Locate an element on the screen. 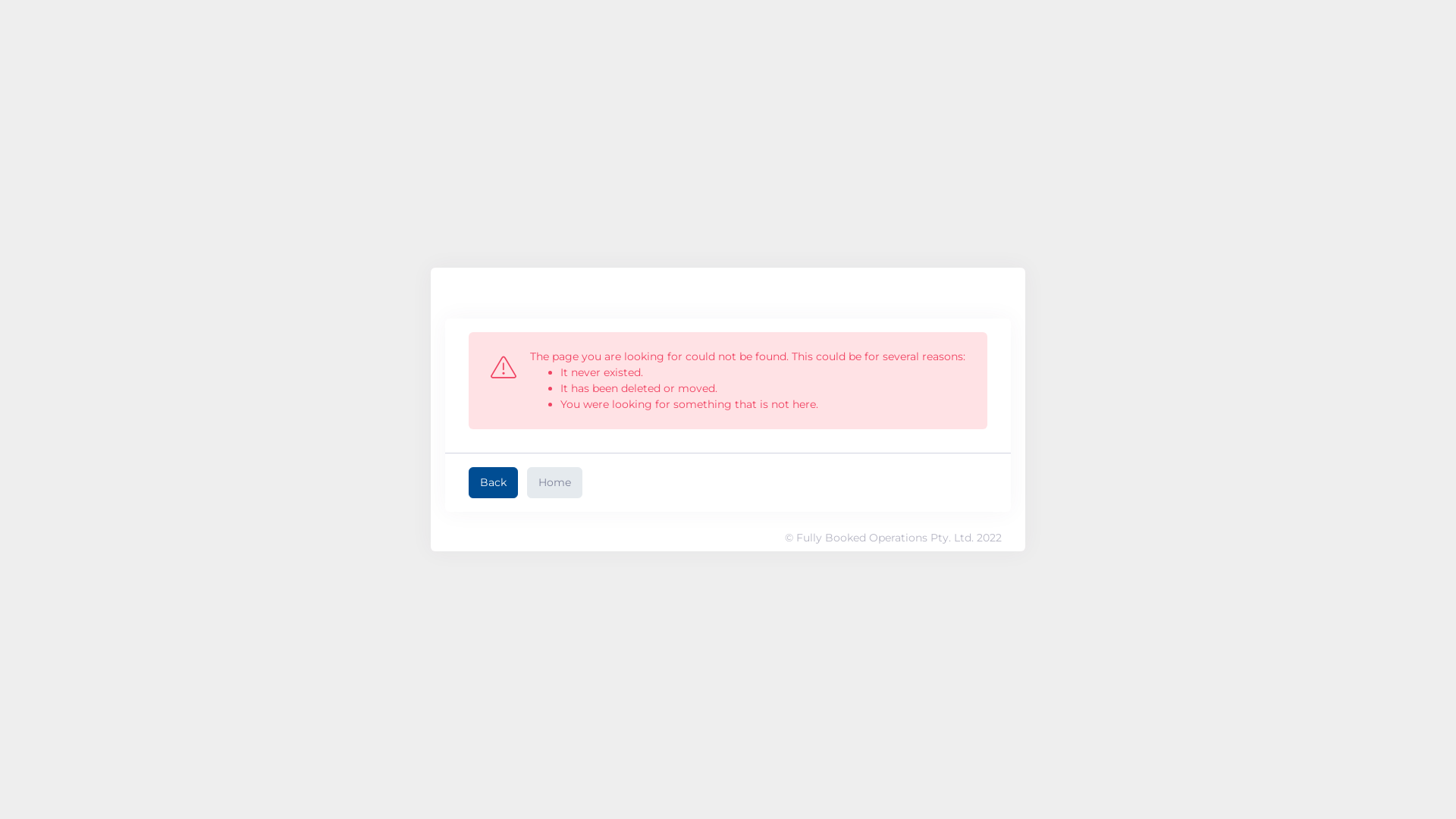  'Home' is located at coordinates (554, 482).